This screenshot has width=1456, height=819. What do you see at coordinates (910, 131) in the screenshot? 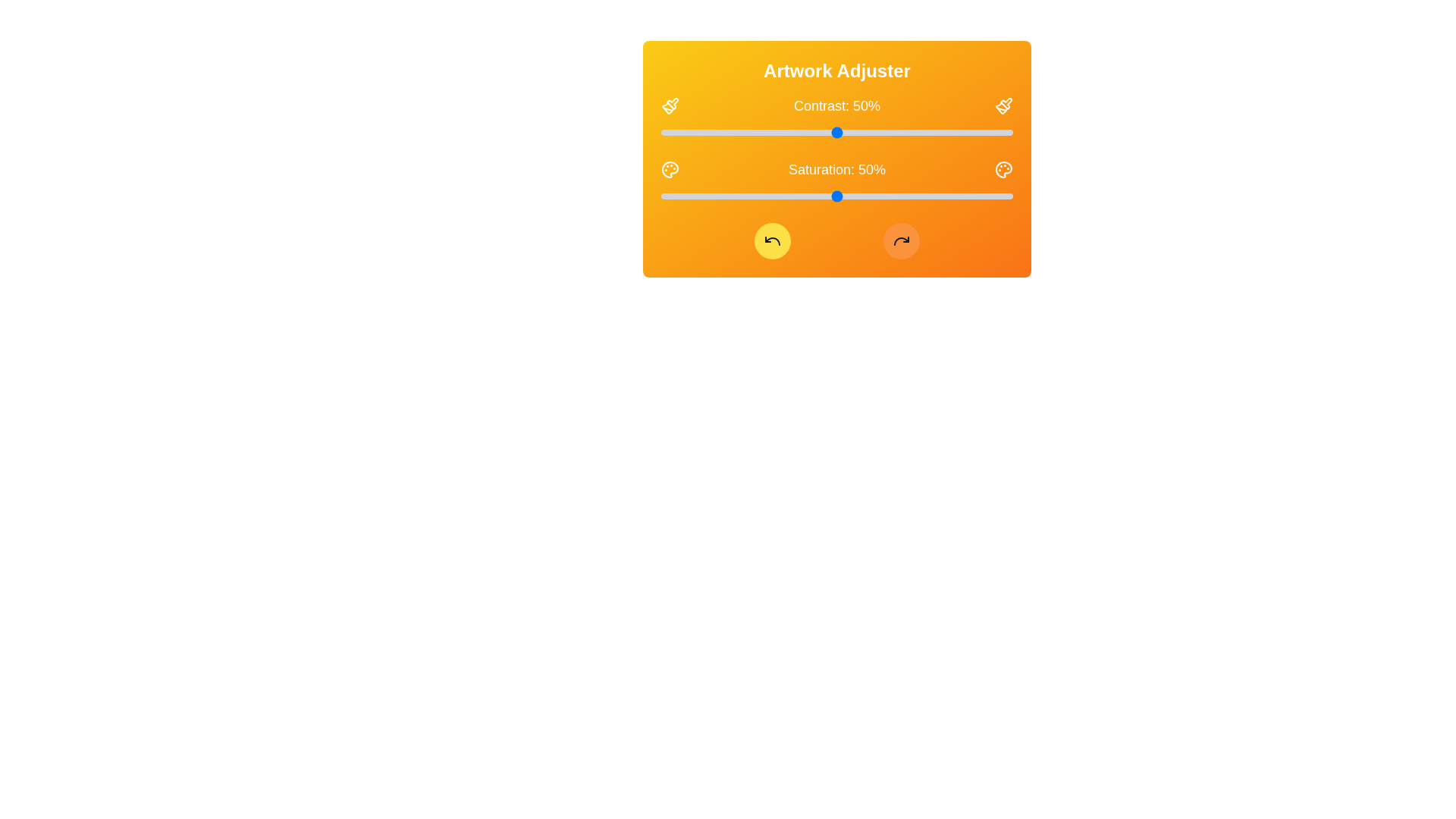
I see `the contrast slider to 71%` at bounding box center [910, 131].